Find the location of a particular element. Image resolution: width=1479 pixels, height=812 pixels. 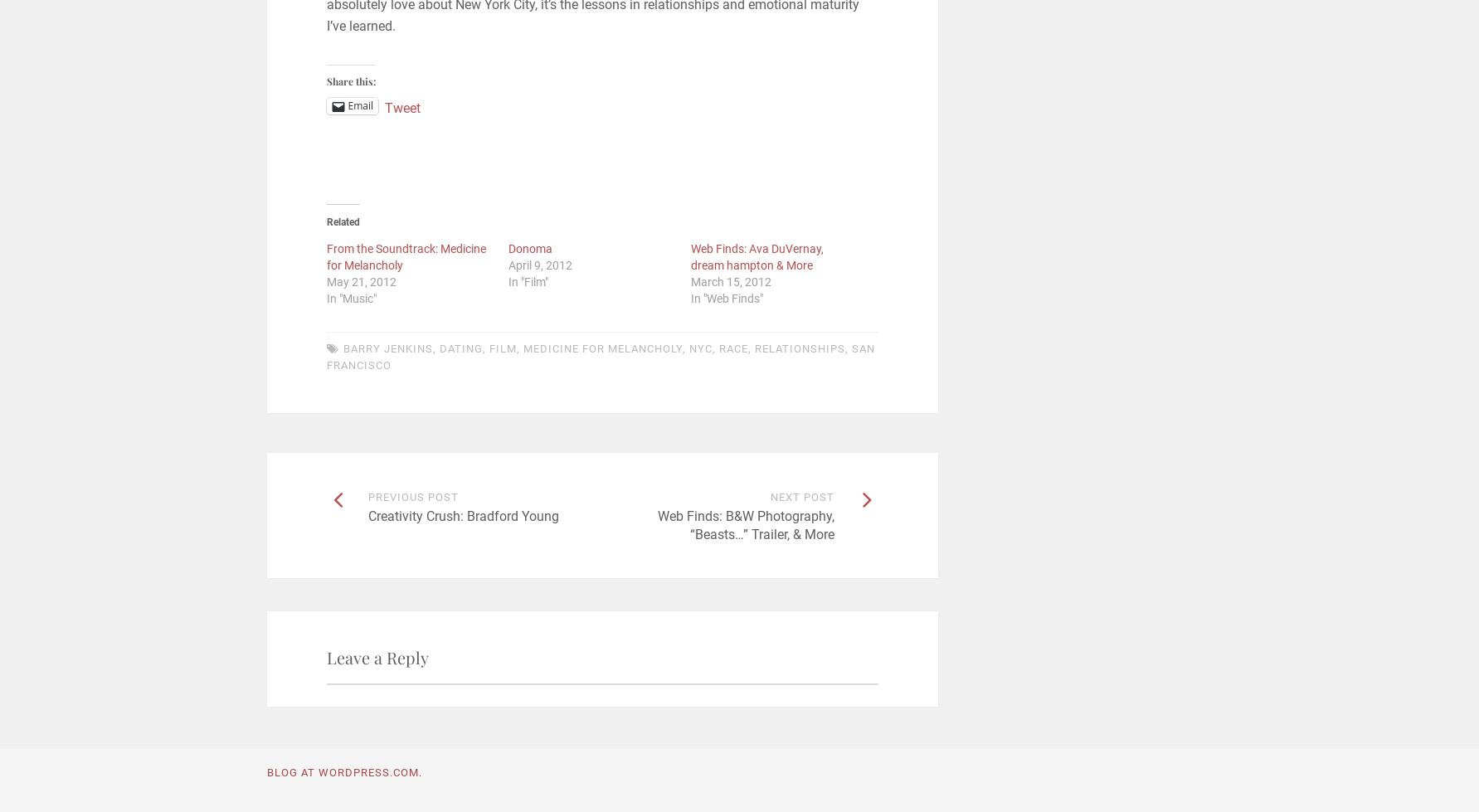

'Blog at WordPress.com.' is located at coordinates (343, 771).